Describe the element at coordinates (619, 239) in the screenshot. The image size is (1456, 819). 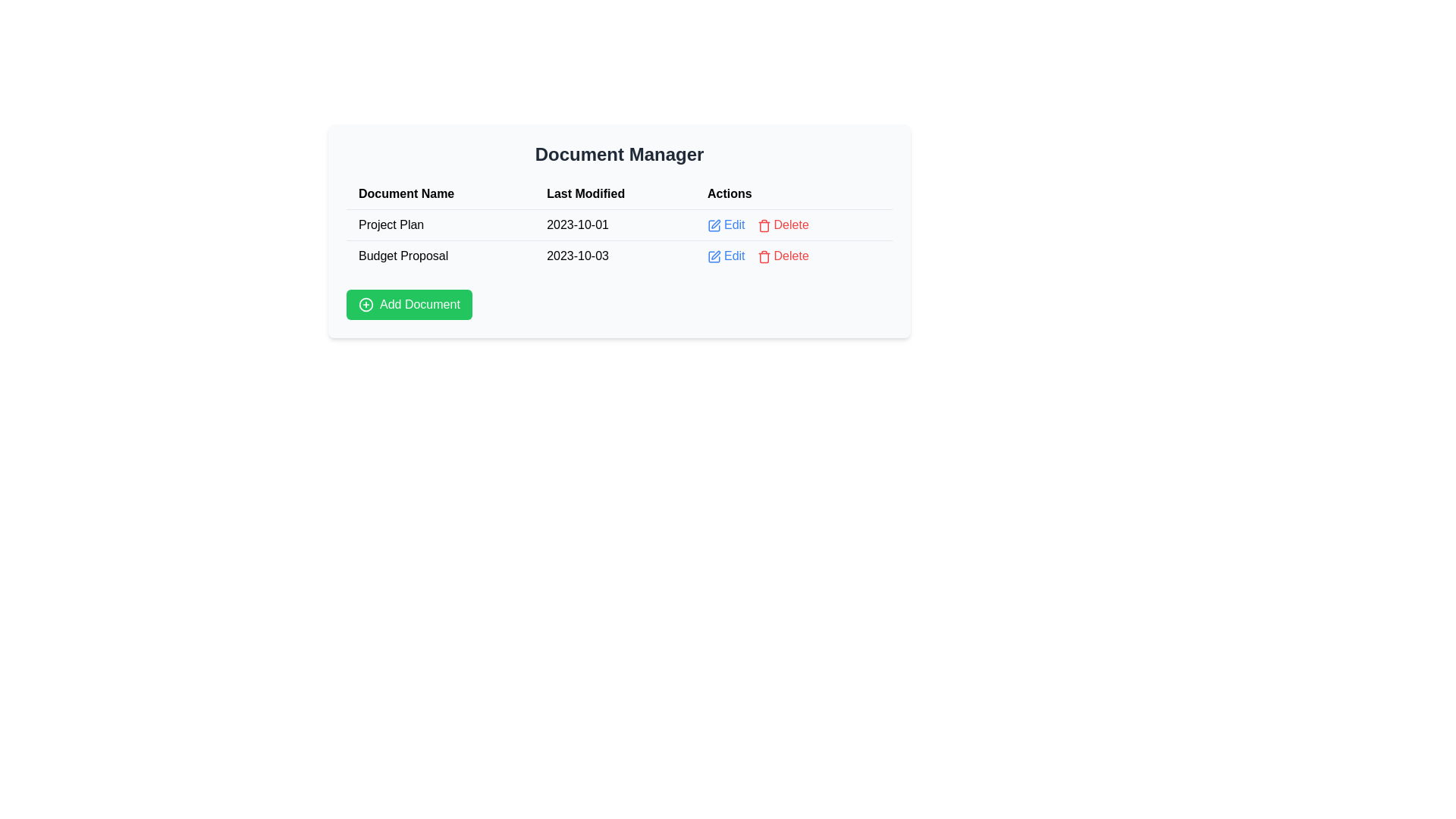
I see `the first row of the table in the 'Document Manager' section, which displays the 'Project Plan' record` at that location.